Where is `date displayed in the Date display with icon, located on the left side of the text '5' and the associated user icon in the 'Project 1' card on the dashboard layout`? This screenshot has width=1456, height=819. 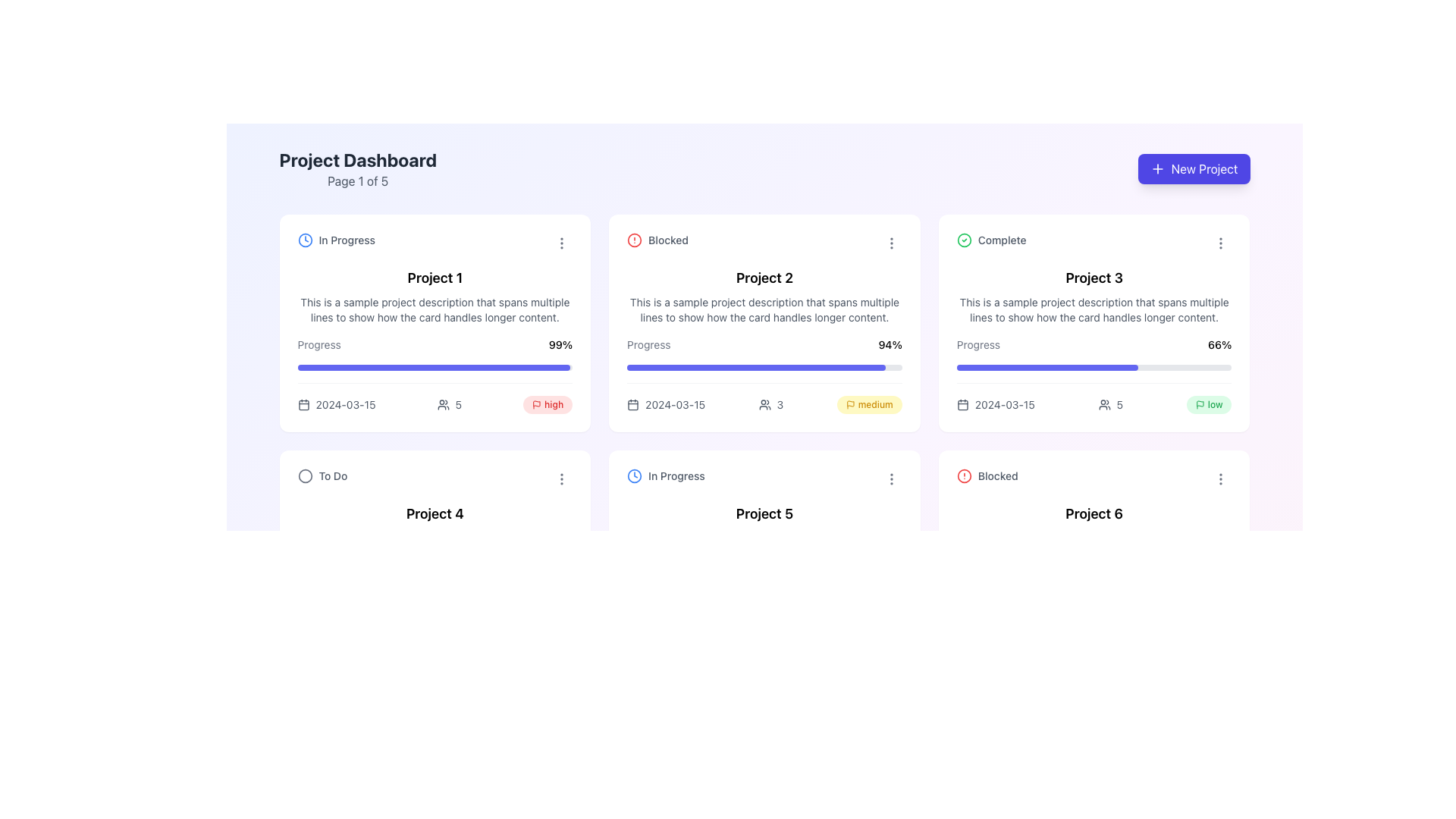 date displayed in the Date display with icon, located on the left side of the text '5' and the associated user icon in the 'Project 1' card on the dashboard layout is located at coordinates (335, 403).